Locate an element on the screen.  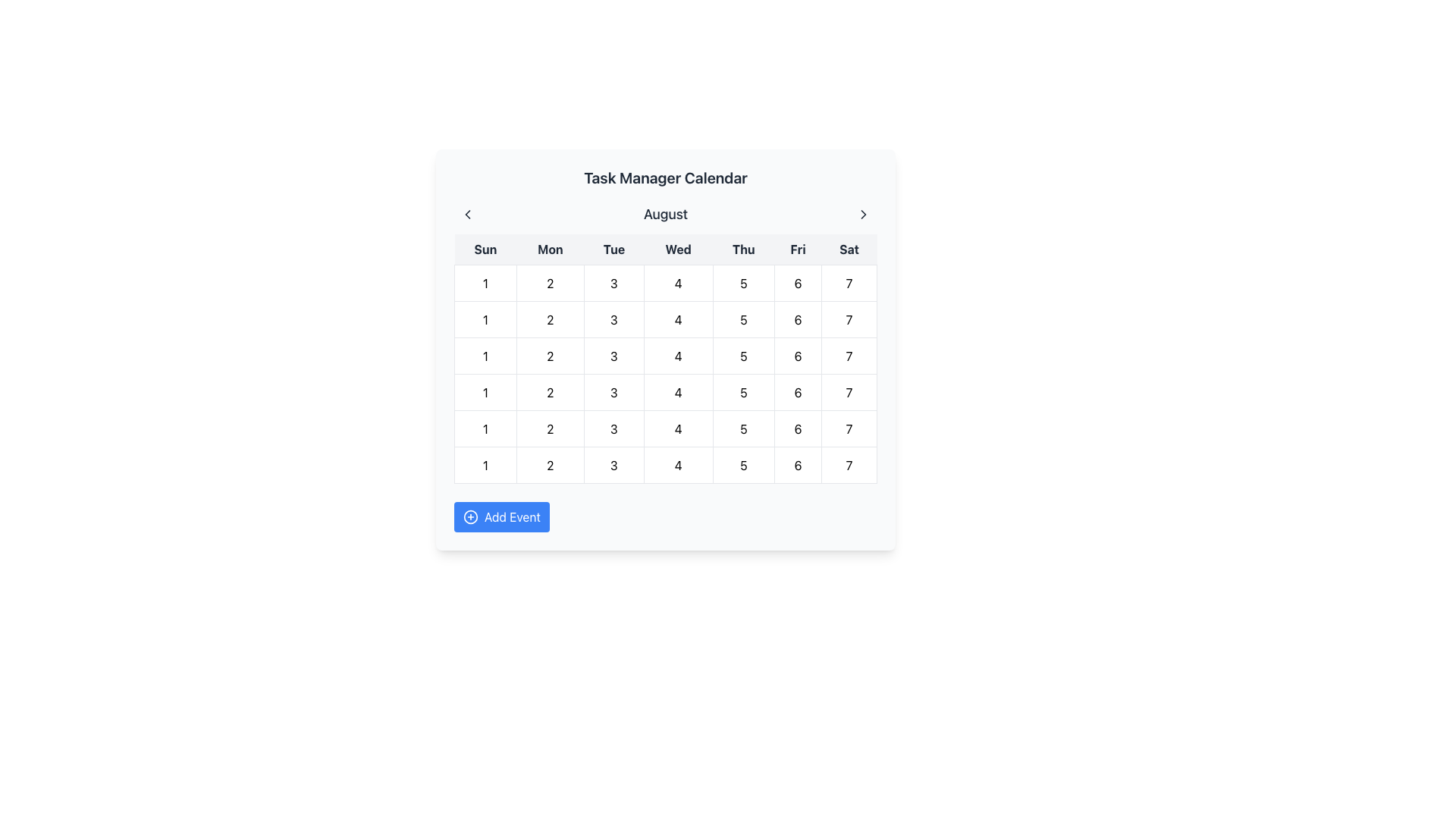
the label representing the day '3' in the second row, third column of the calendar grid is located at coordinates (613, 318).